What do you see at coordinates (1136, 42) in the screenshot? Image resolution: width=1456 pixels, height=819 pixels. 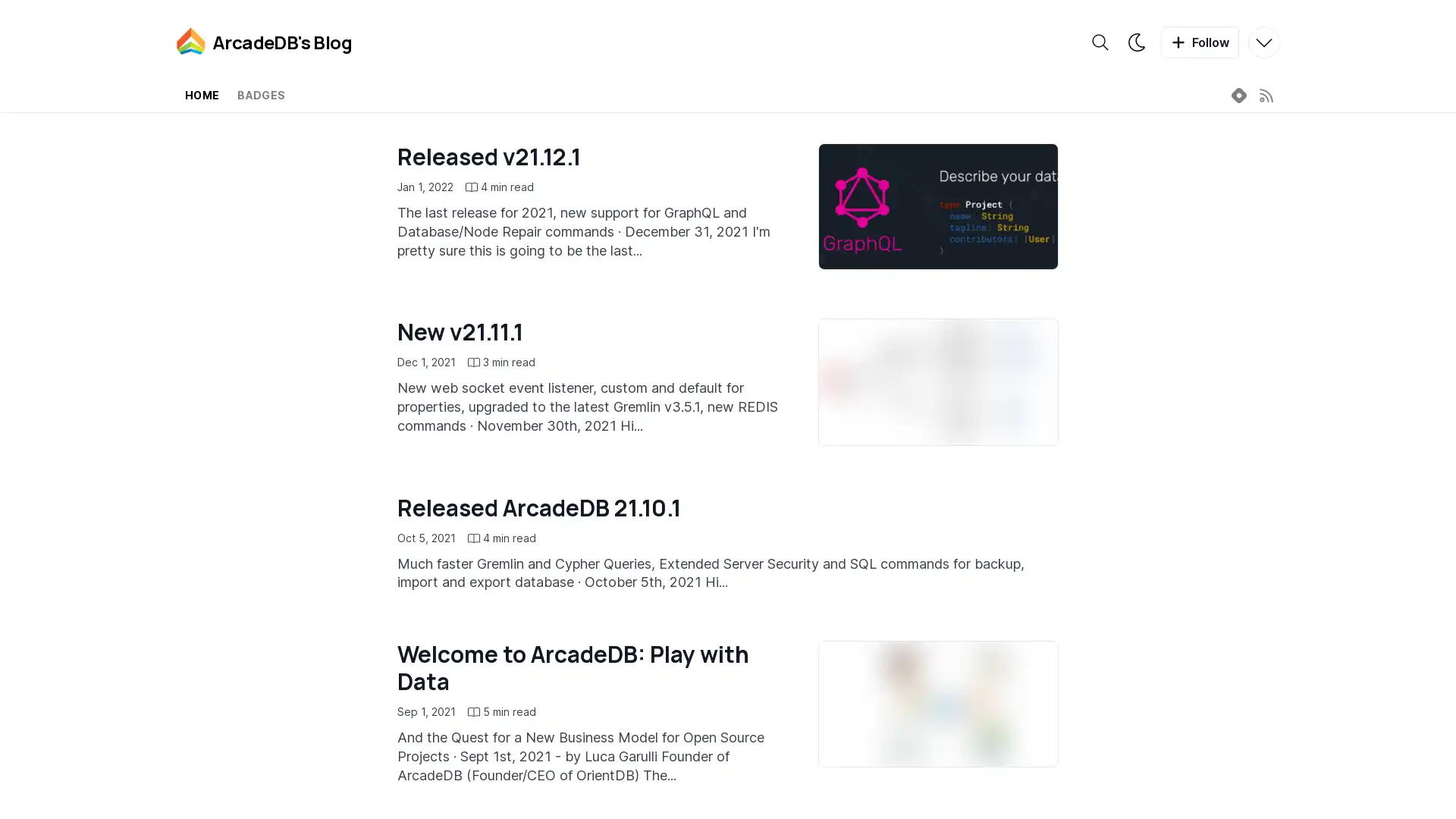 I see `Theme switcher` at bounding box center [1136, 42].